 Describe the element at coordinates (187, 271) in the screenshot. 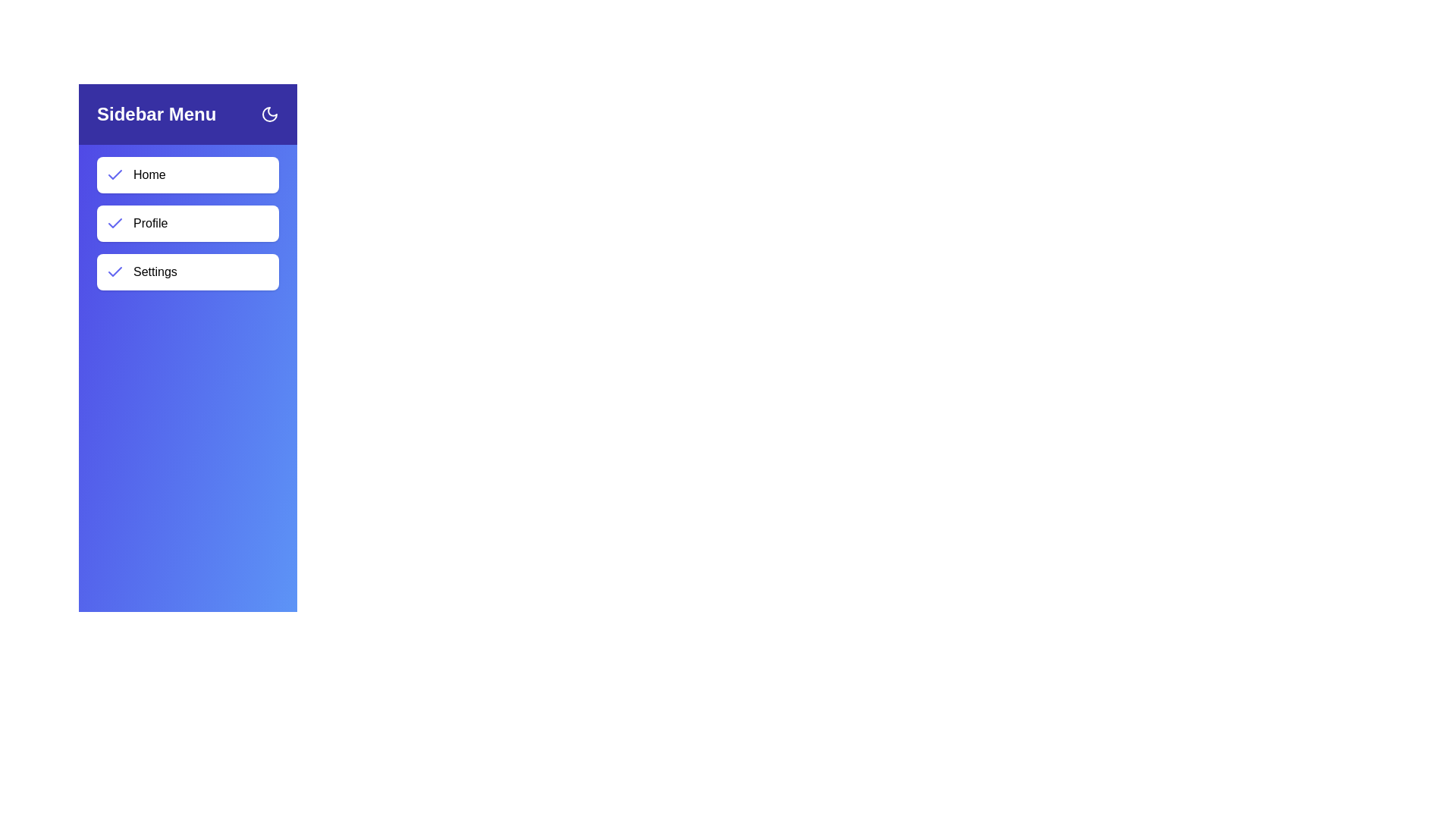

I see `the menu item labeled Settings to observe visual feedback` at that location.